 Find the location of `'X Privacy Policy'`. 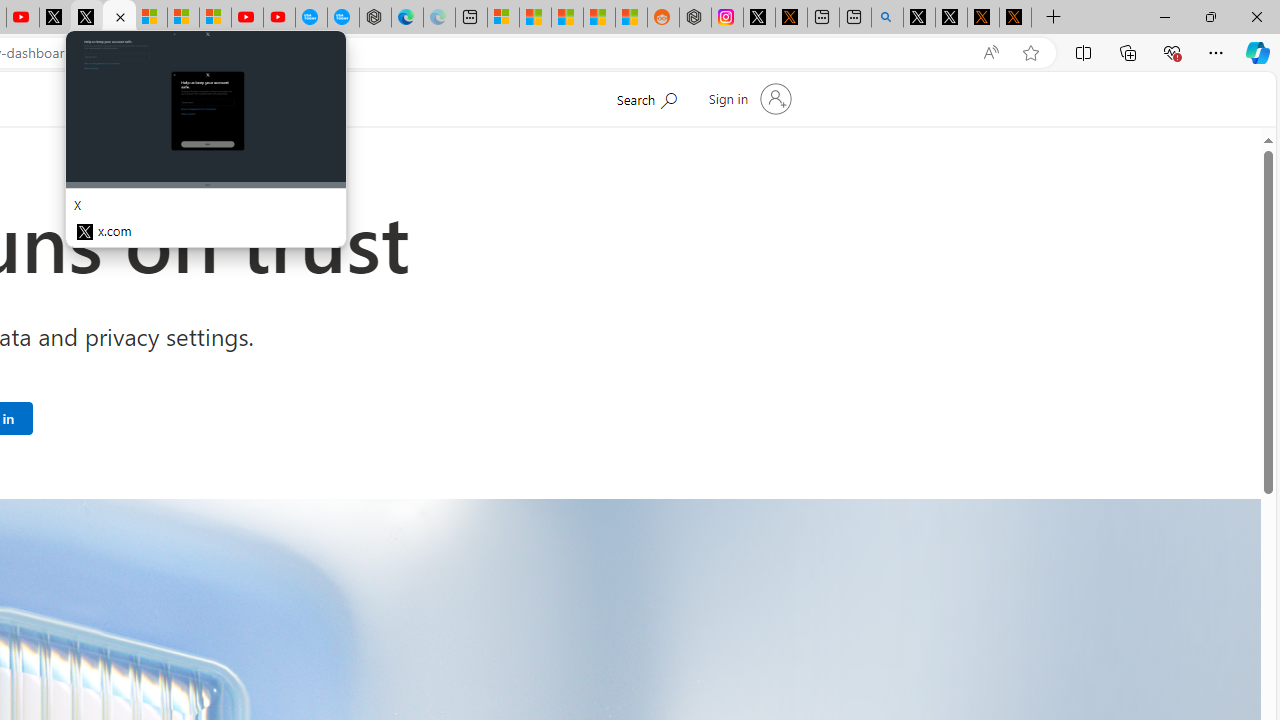

'X Privacy Policy' is located at coordinates (1015, 17).